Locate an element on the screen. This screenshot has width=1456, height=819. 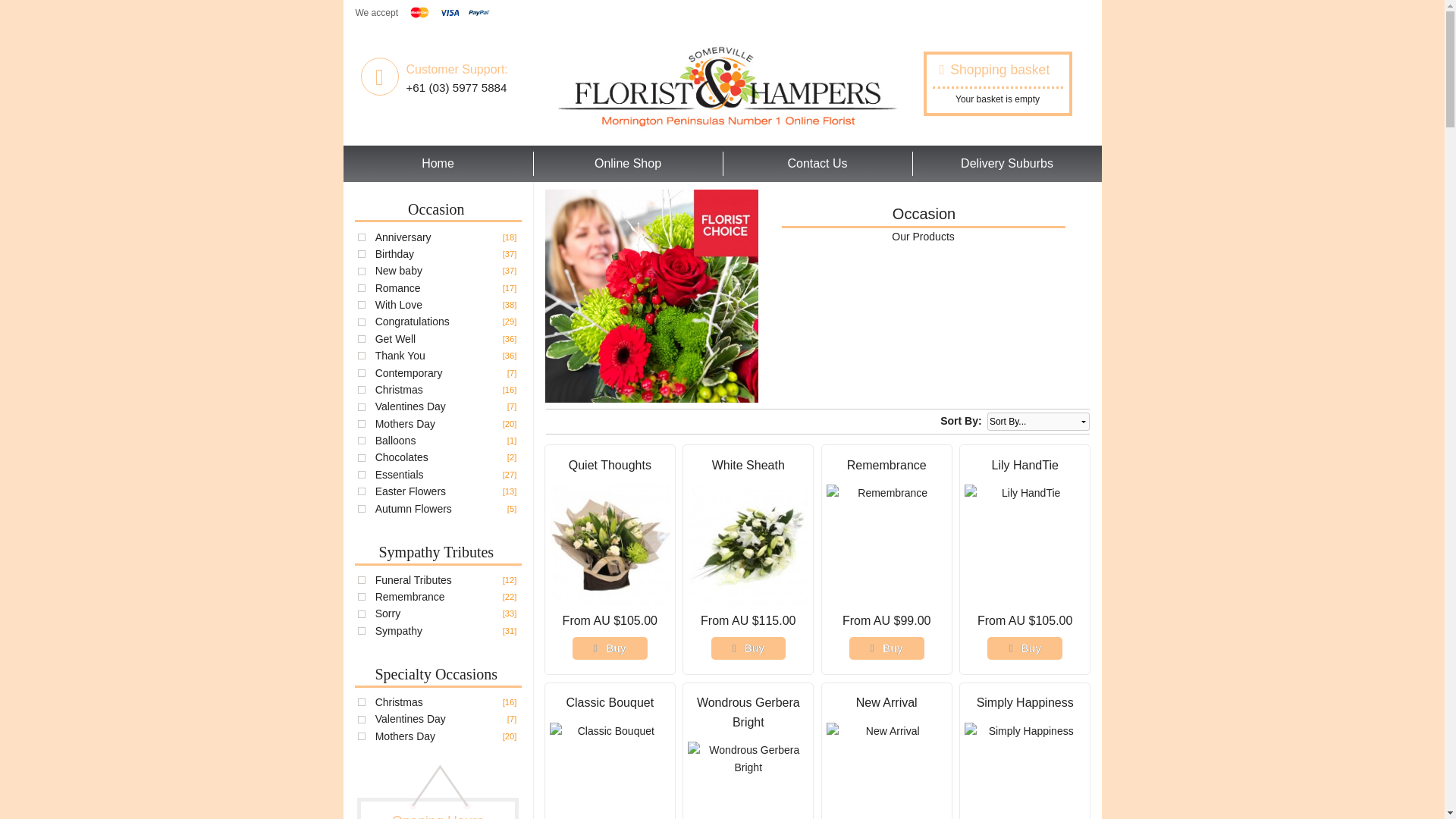
'Easter Flowers is located at coordinates (410, 491).